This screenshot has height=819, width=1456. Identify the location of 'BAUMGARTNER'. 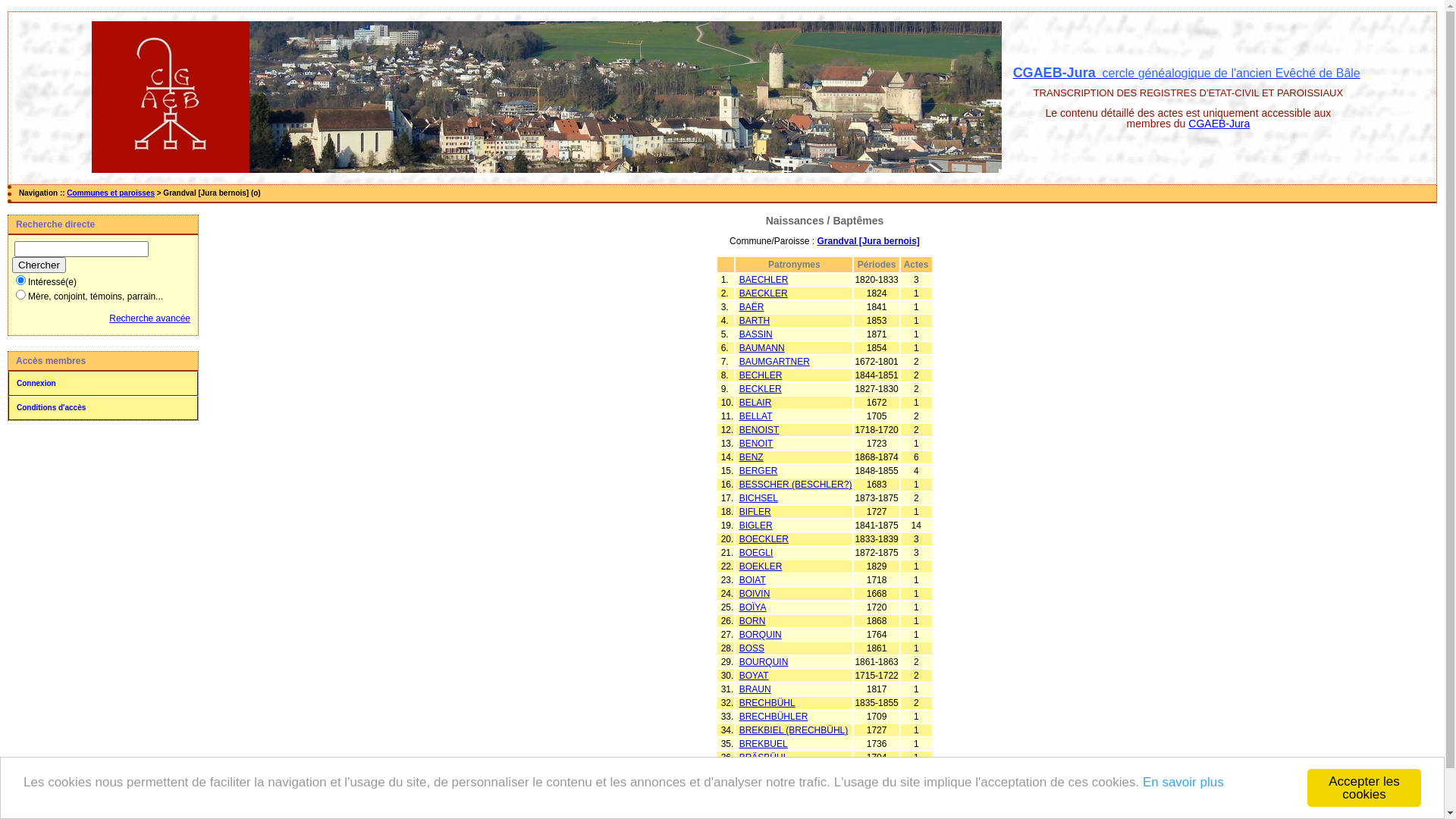
(774, 362).